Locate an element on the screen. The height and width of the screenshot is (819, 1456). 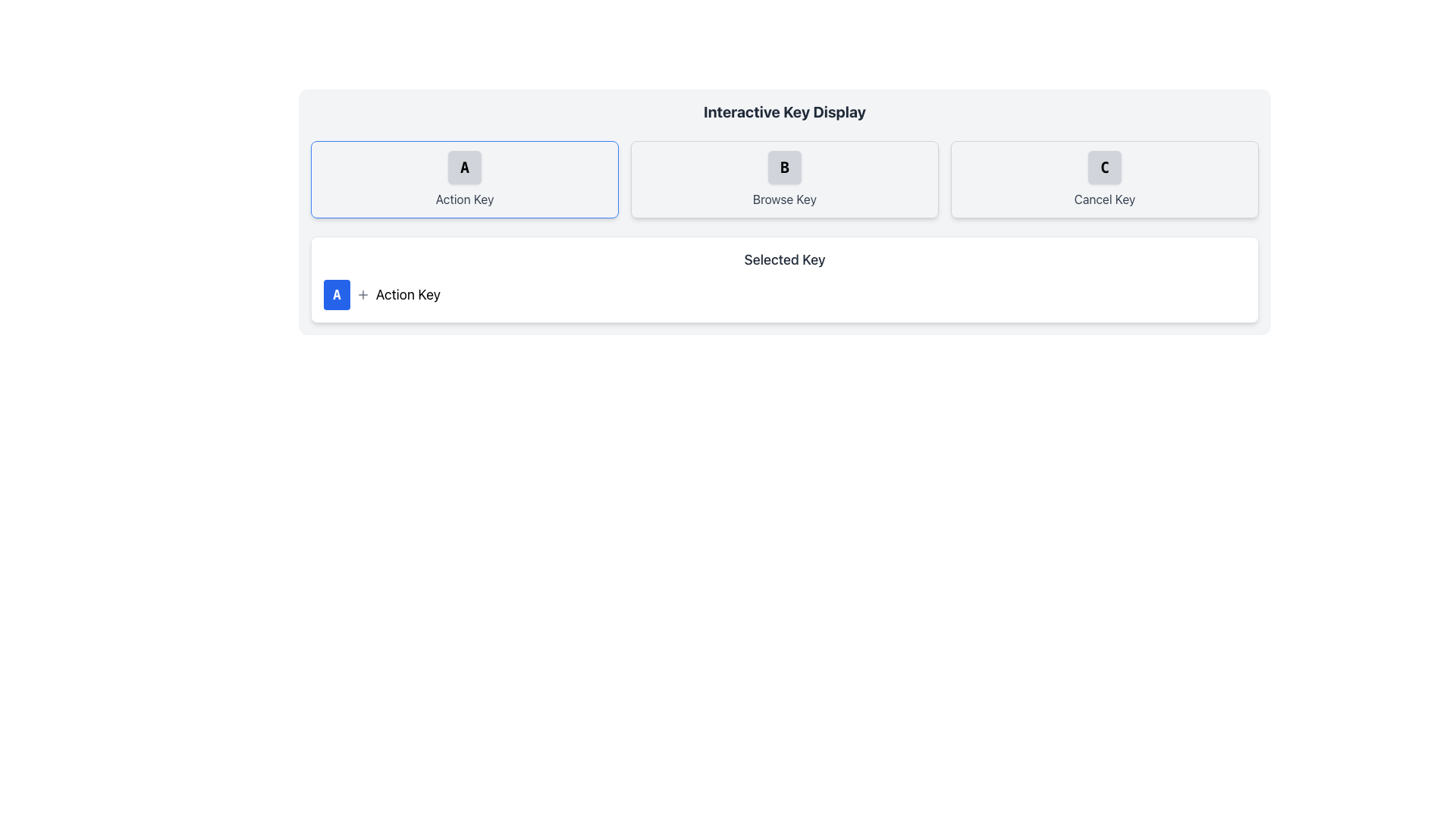
the button labeled 'B' in the second position of the 'Interactive Key Display' is located at coordinates (785, 167).